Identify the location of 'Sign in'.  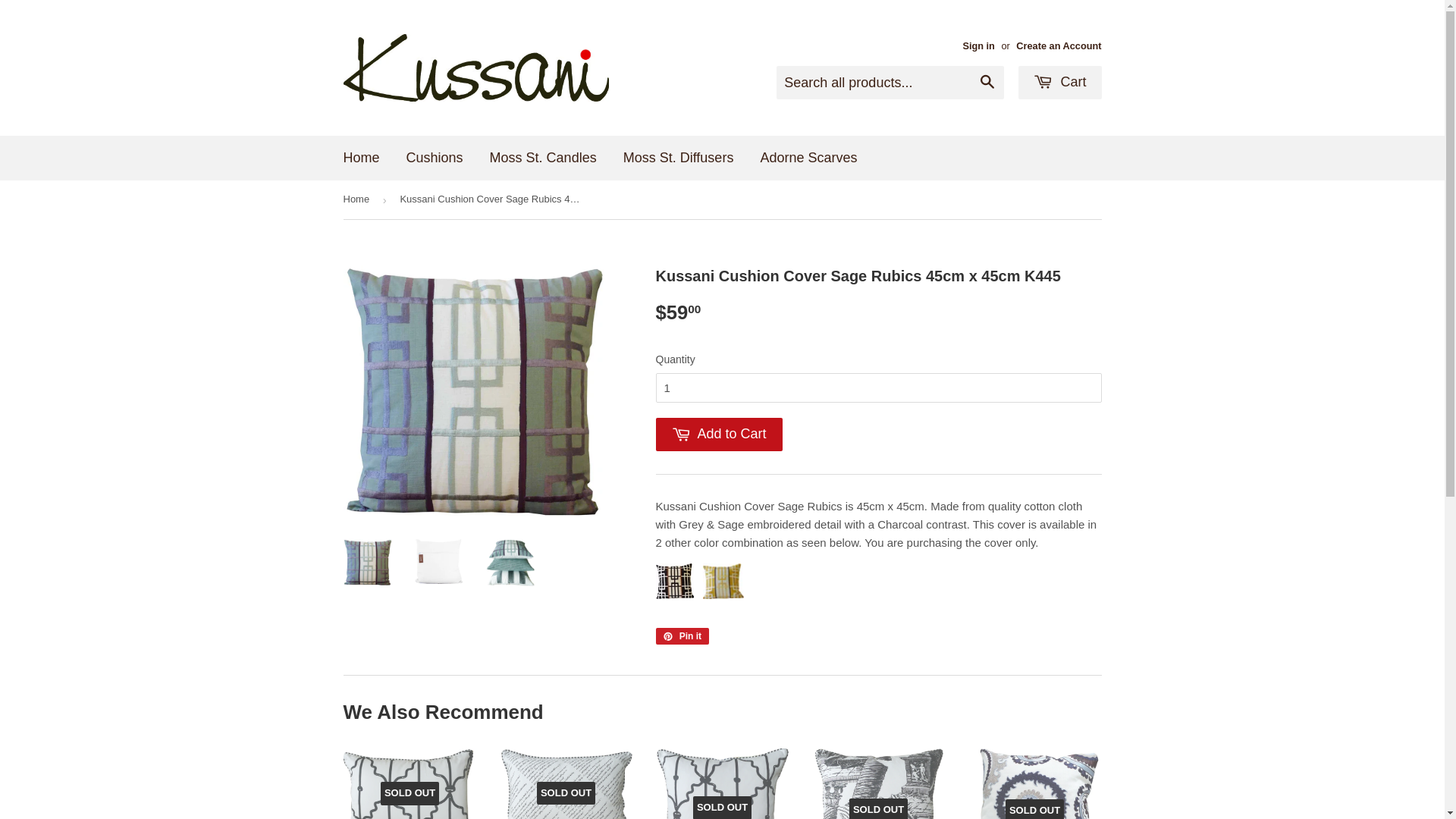
(961, 45).